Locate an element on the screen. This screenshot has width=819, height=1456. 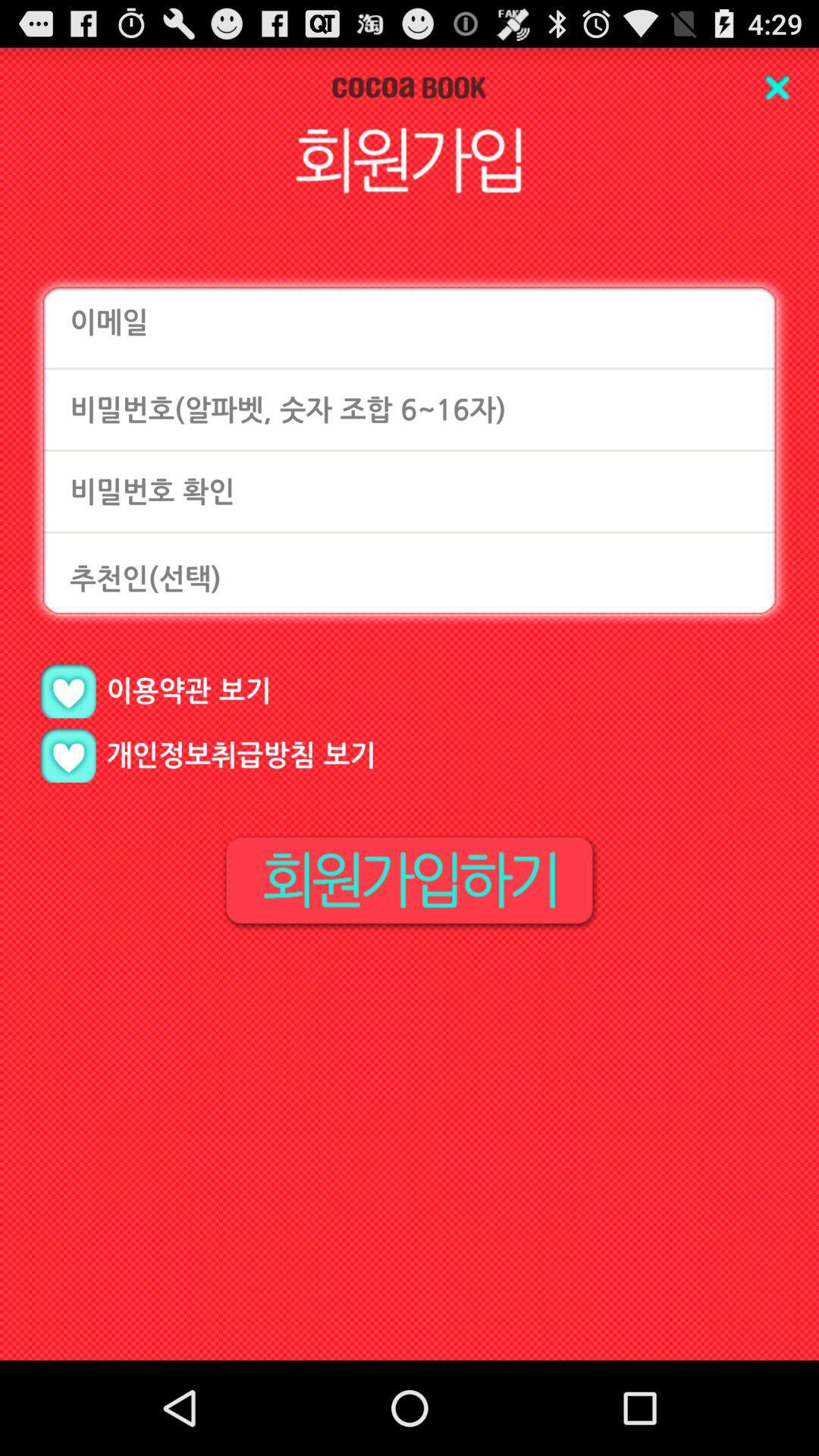
like this option is located at coordinates (67, 690).